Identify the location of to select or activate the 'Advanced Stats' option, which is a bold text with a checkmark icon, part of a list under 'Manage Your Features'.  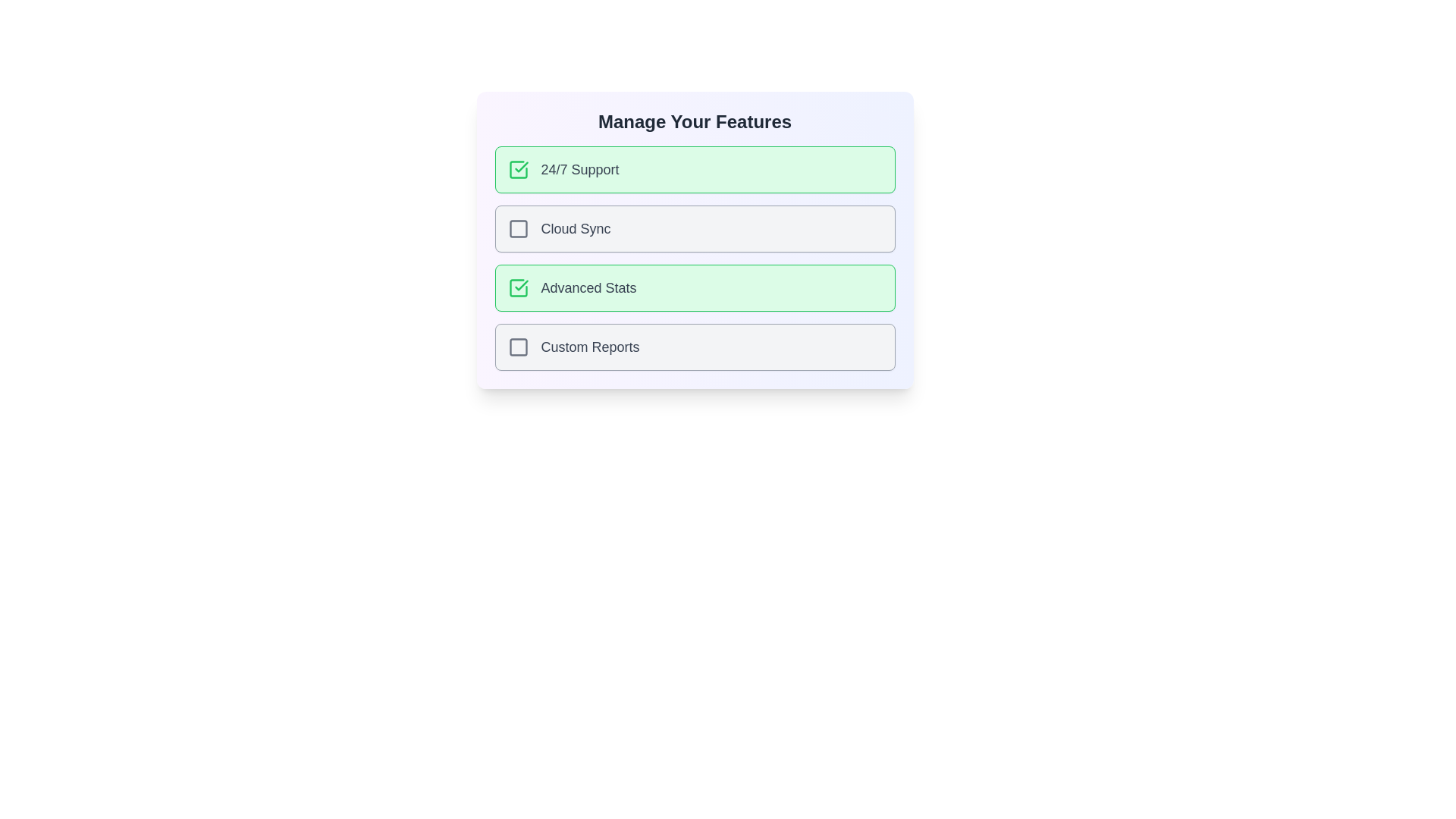
(571, 288).